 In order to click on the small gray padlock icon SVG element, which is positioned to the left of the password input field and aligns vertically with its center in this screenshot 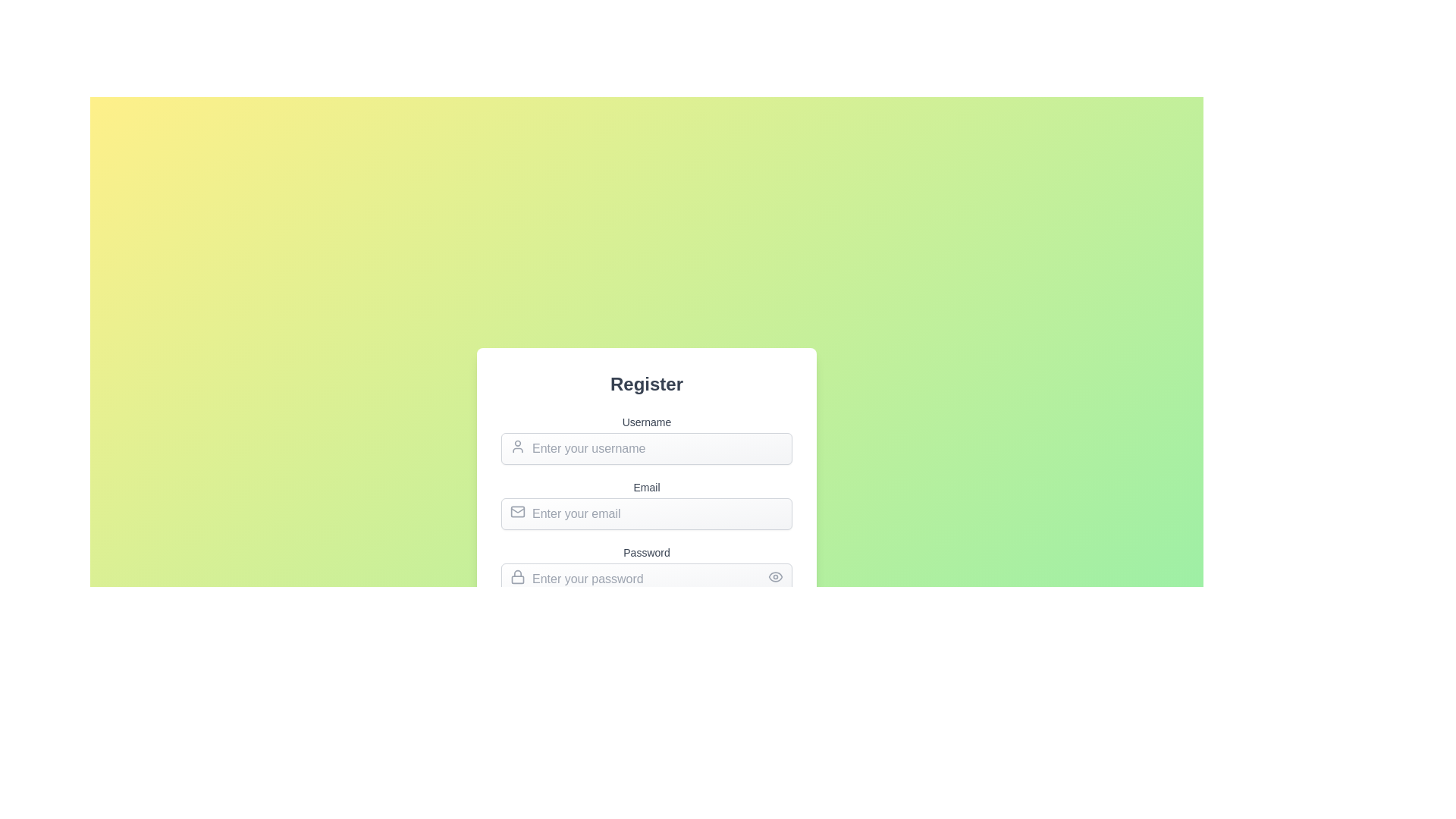, I will do `click(517, 576)`.